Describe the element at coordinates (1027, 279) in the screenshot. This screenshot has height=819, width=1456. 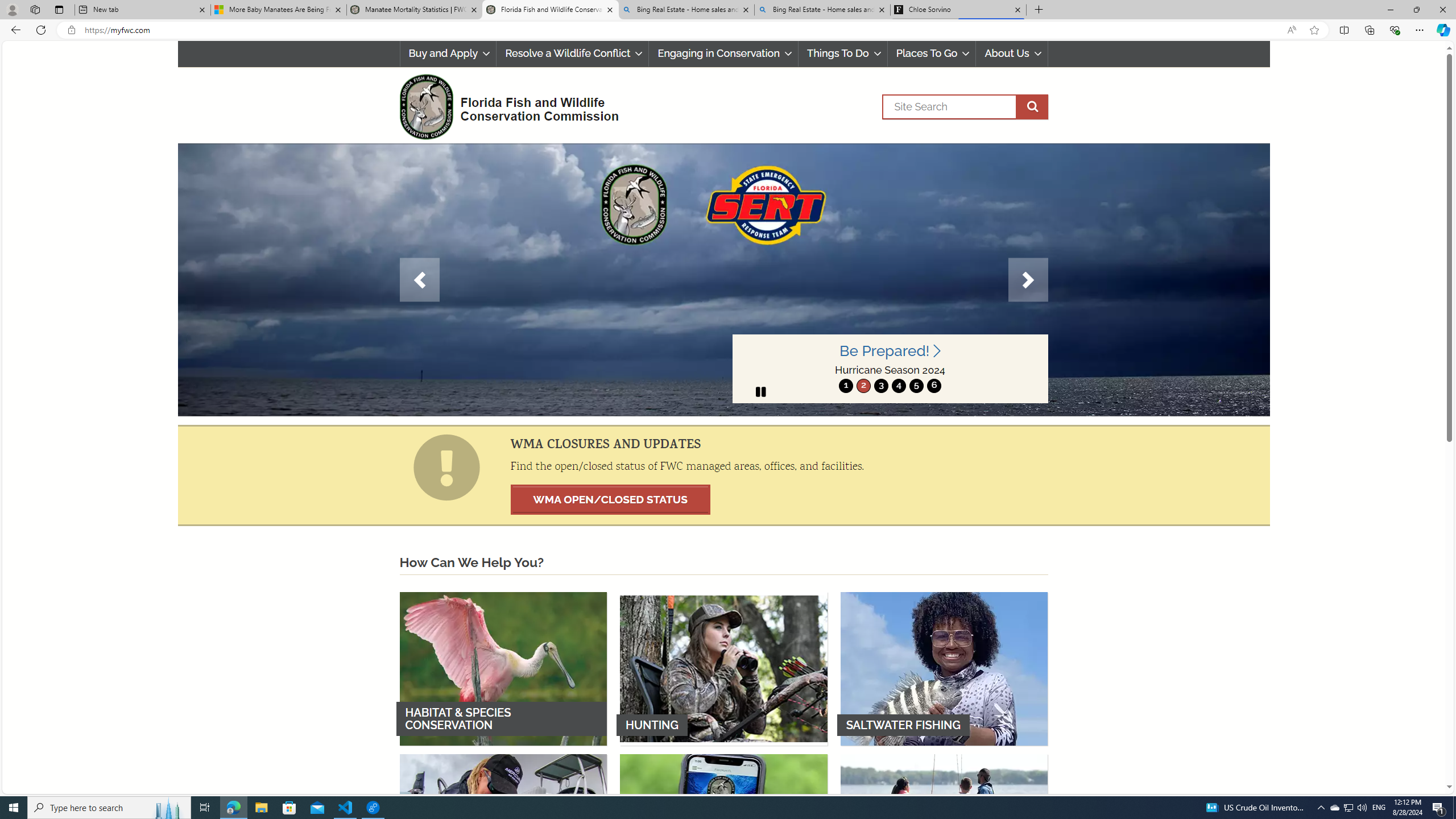
I see `'Next'` at that location.